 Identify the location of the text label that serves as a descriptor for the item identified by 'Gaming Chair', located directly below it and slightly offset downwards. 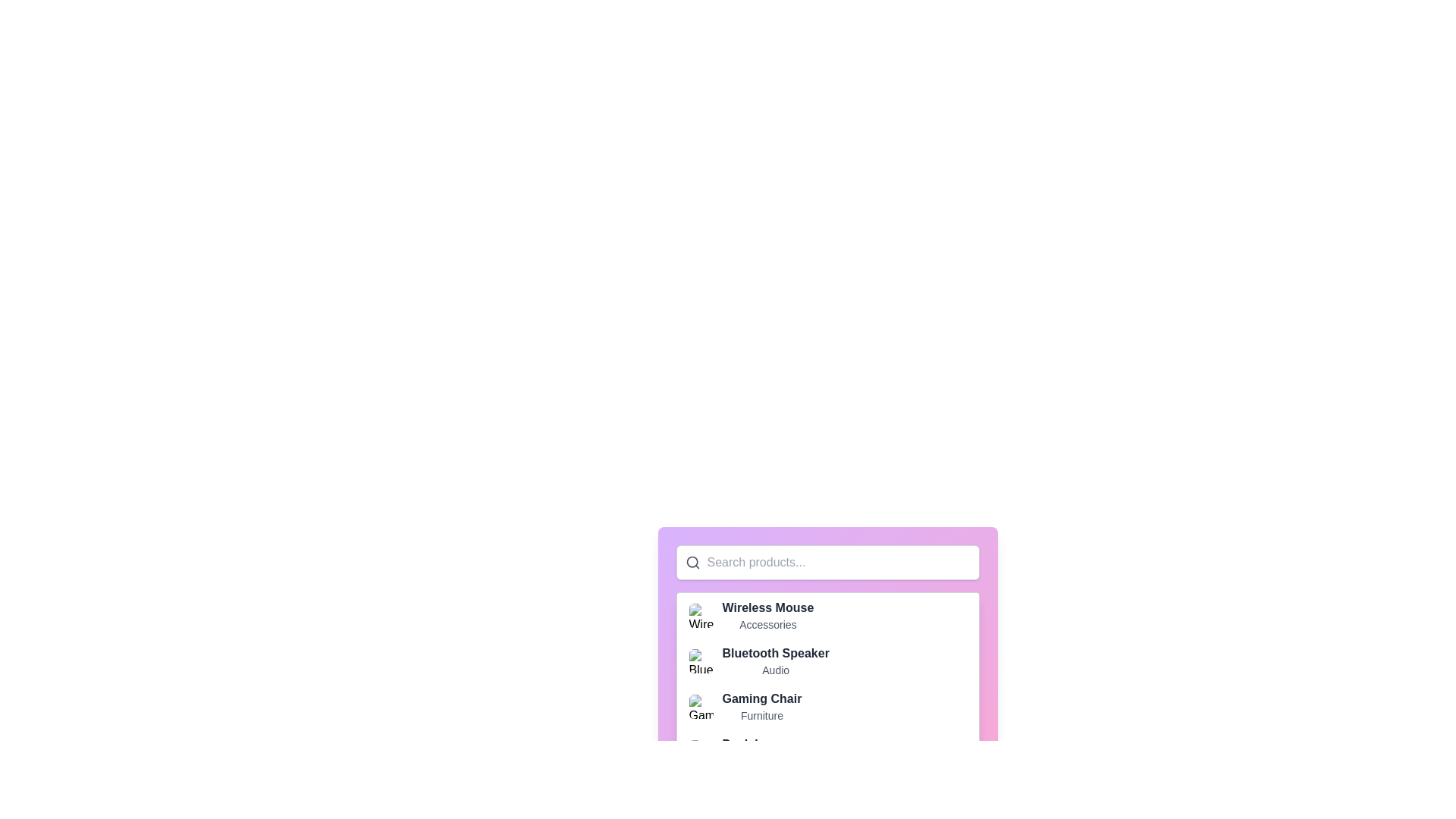
(761, 716).